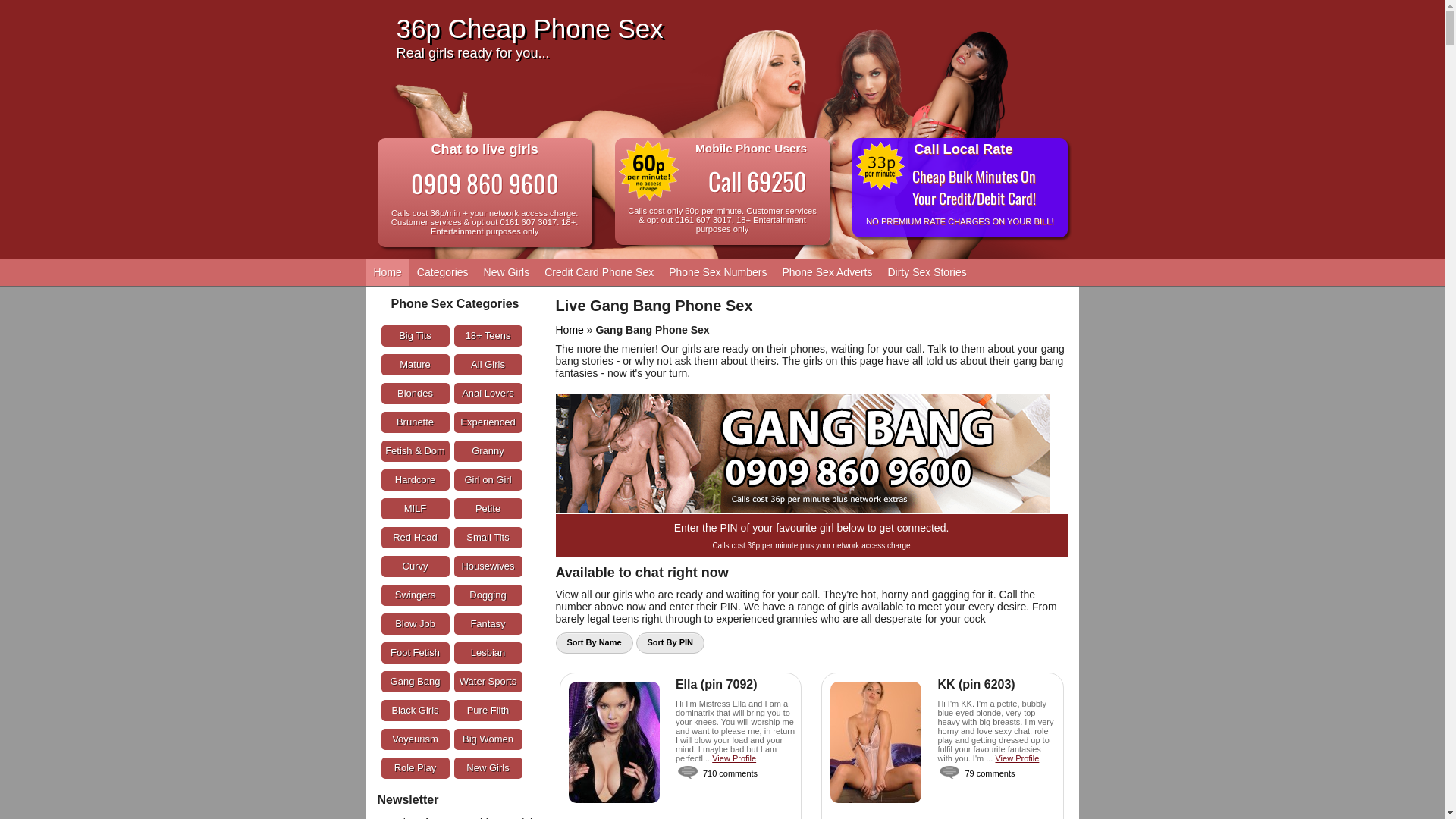  I want to click on 'Pure Filth', so click(488, 711).